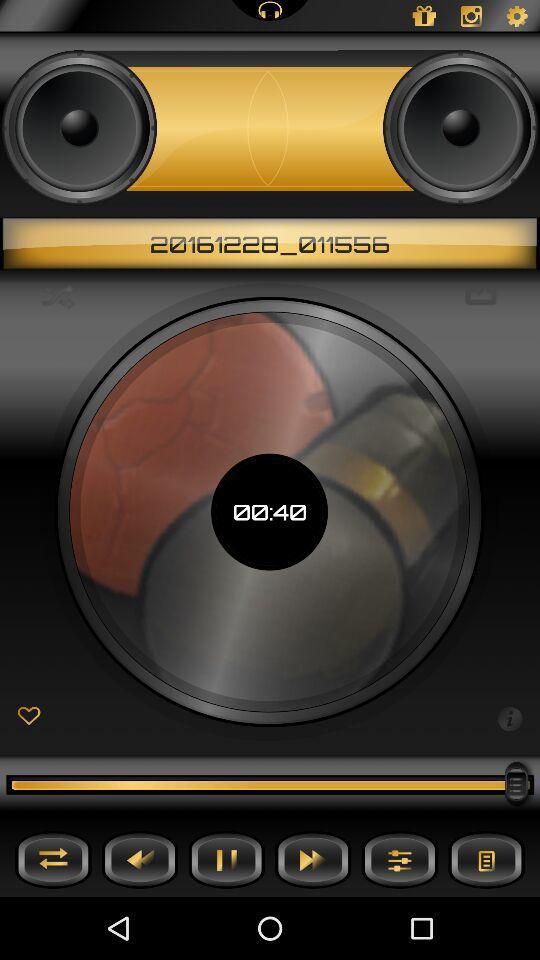  Describe the element at coordinates (399, 858) in the screenshot. I see `tuning` at that location.